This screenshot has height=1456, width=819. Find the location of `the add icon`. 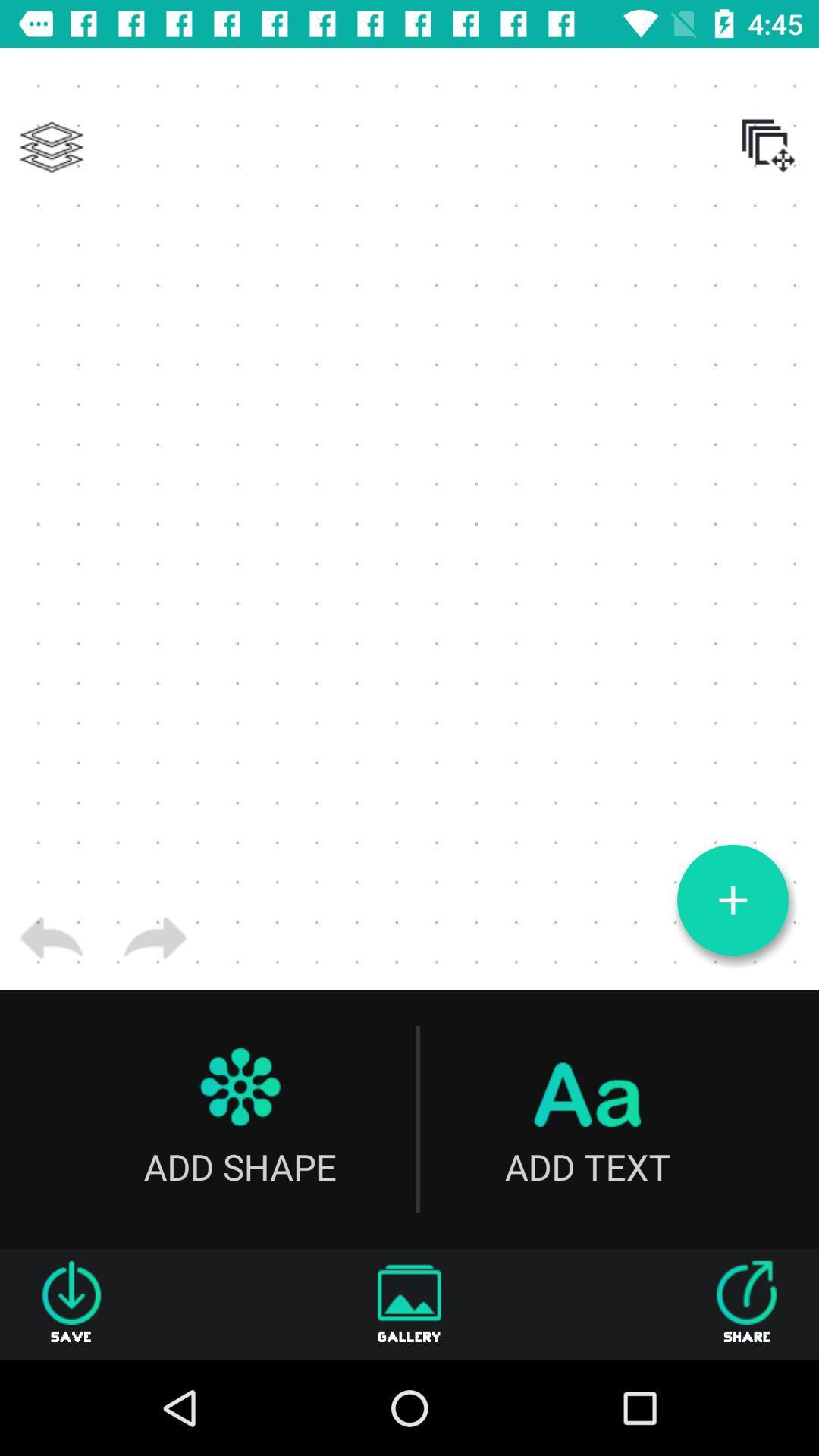

the add icon is located at coordinates (732, 900).